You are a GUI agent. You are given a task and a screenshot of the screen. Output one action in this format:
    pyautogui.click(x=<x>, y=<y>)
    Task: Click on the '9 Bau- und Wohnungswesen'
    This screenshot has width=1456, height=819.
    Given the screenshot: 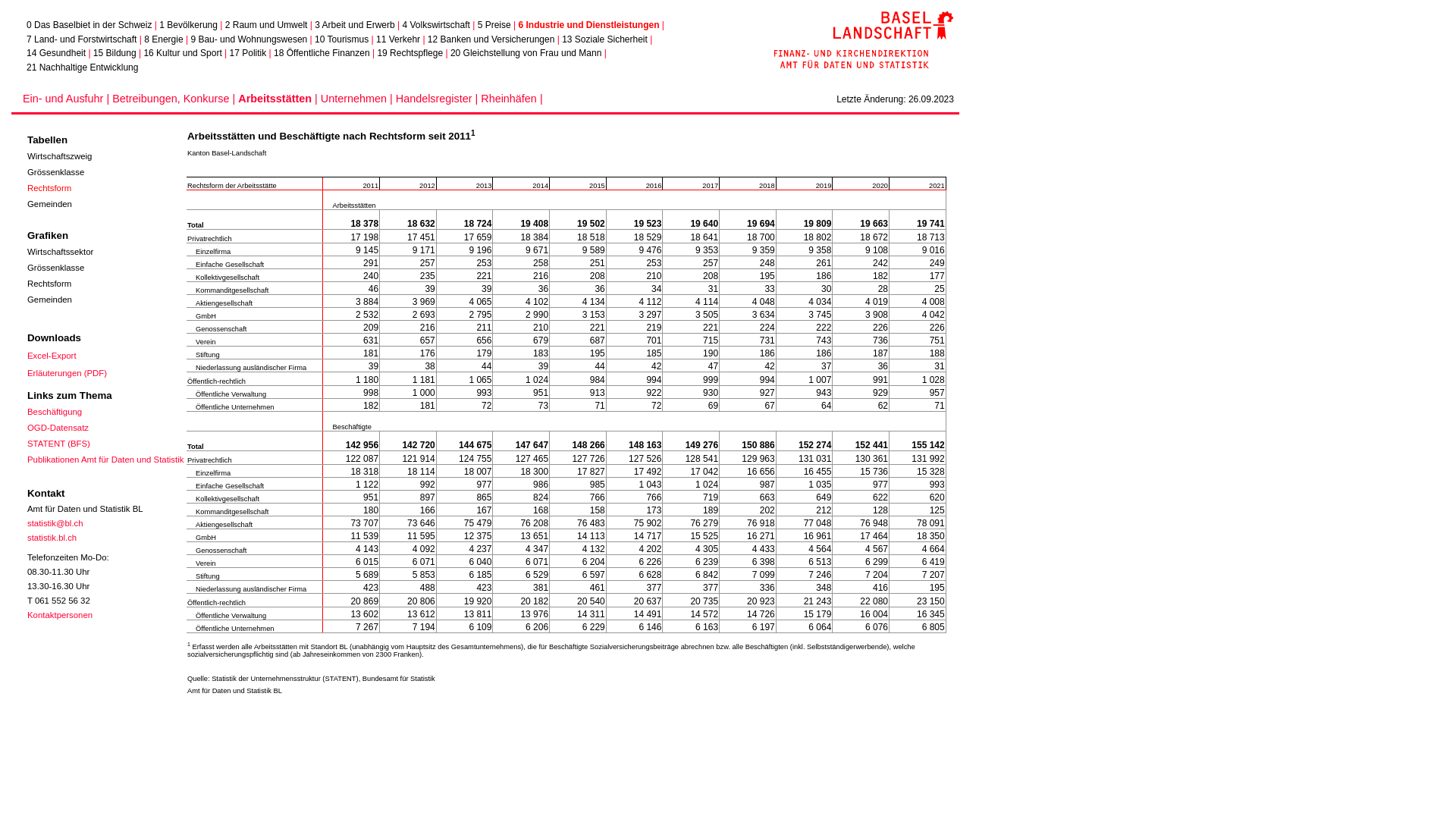 What is the action you would take?
    pyautogui.click(x=248, y=38)
    